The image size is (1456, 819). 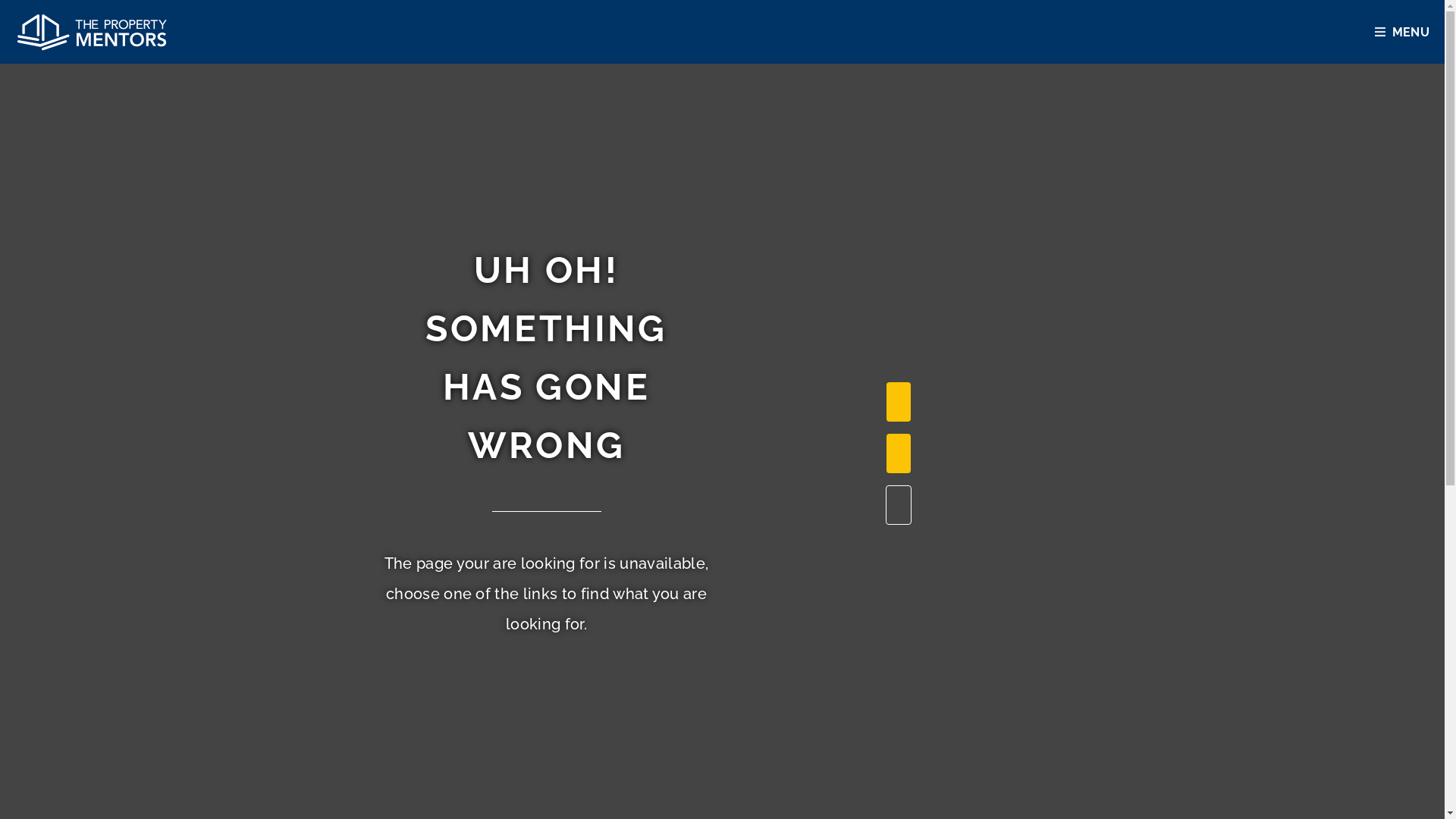 I want to click on 'MENU', so click(x=1404, y=32).